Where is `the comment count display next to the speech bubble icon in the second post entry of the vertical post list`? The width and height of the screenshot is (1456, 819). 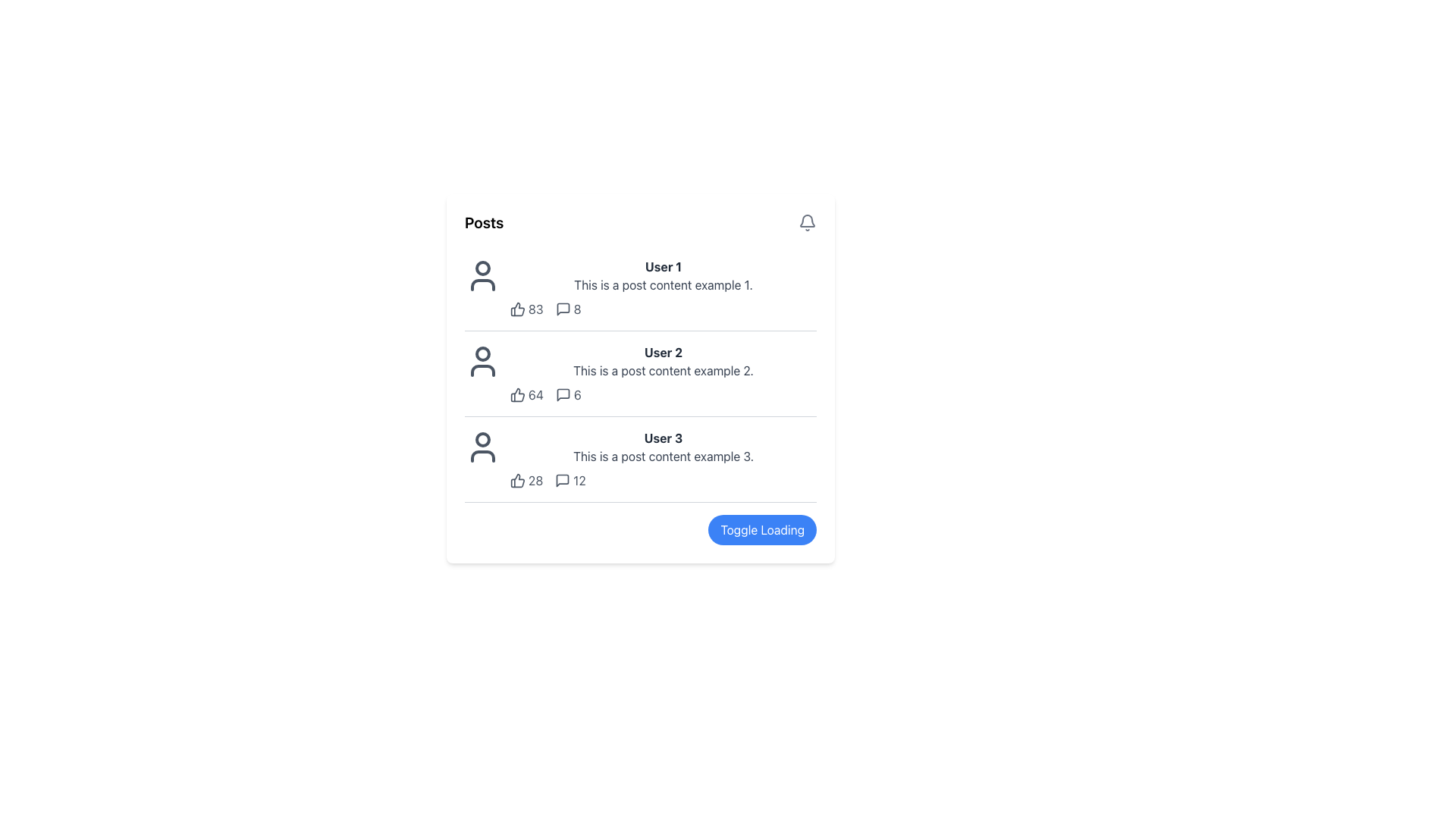
the comment count display next to the speech bubble icon in the second post entry of the vertical post list is located at coordinates (567, 394).